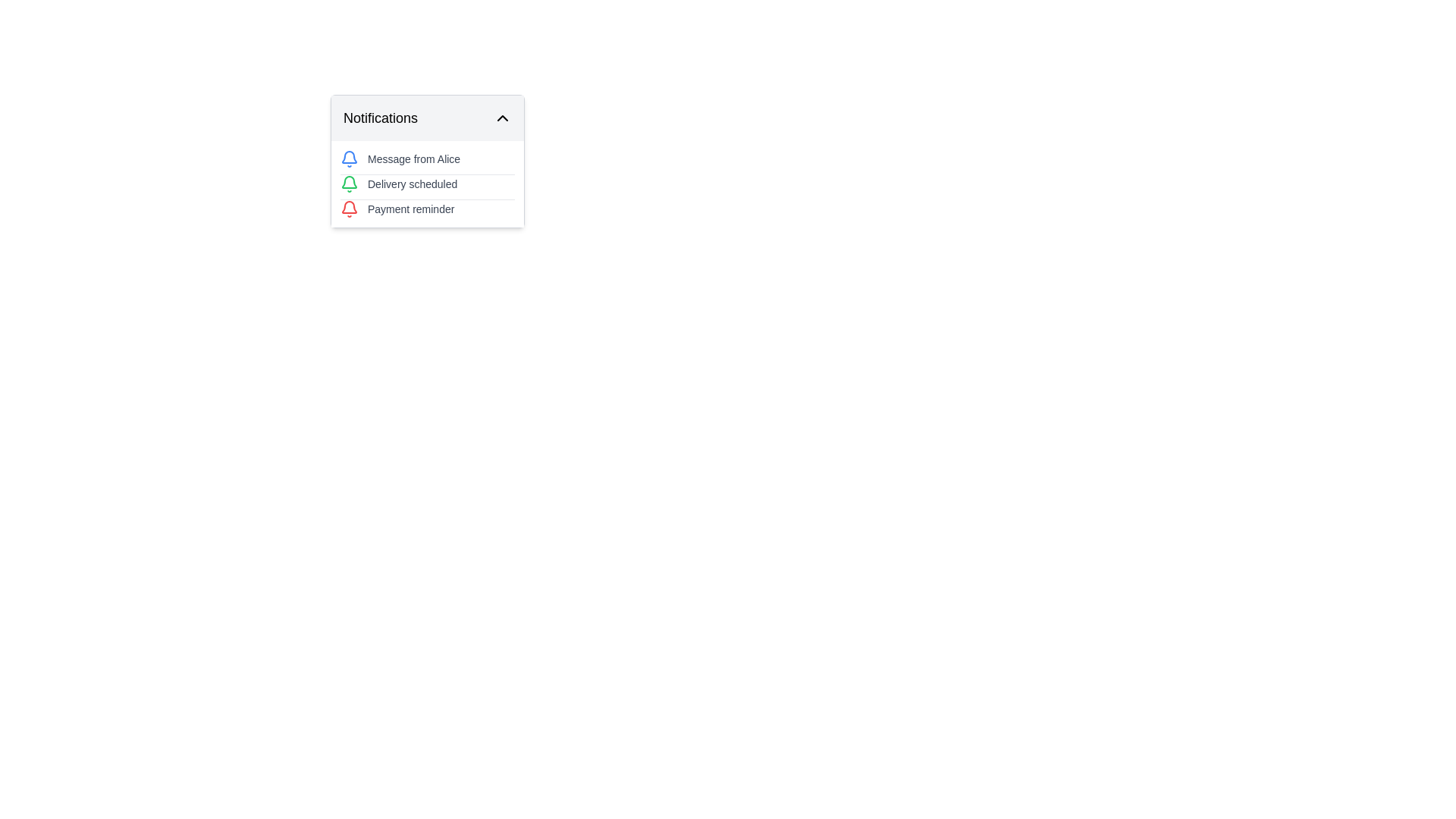 The width and height of the screenshot is (1456, 819). I want to click on the small green bell icon indicating an alert or notification, located within the second item of a vertical notification list, aligned to the left of the text 'Delivery scheduled', so click(348, 184).